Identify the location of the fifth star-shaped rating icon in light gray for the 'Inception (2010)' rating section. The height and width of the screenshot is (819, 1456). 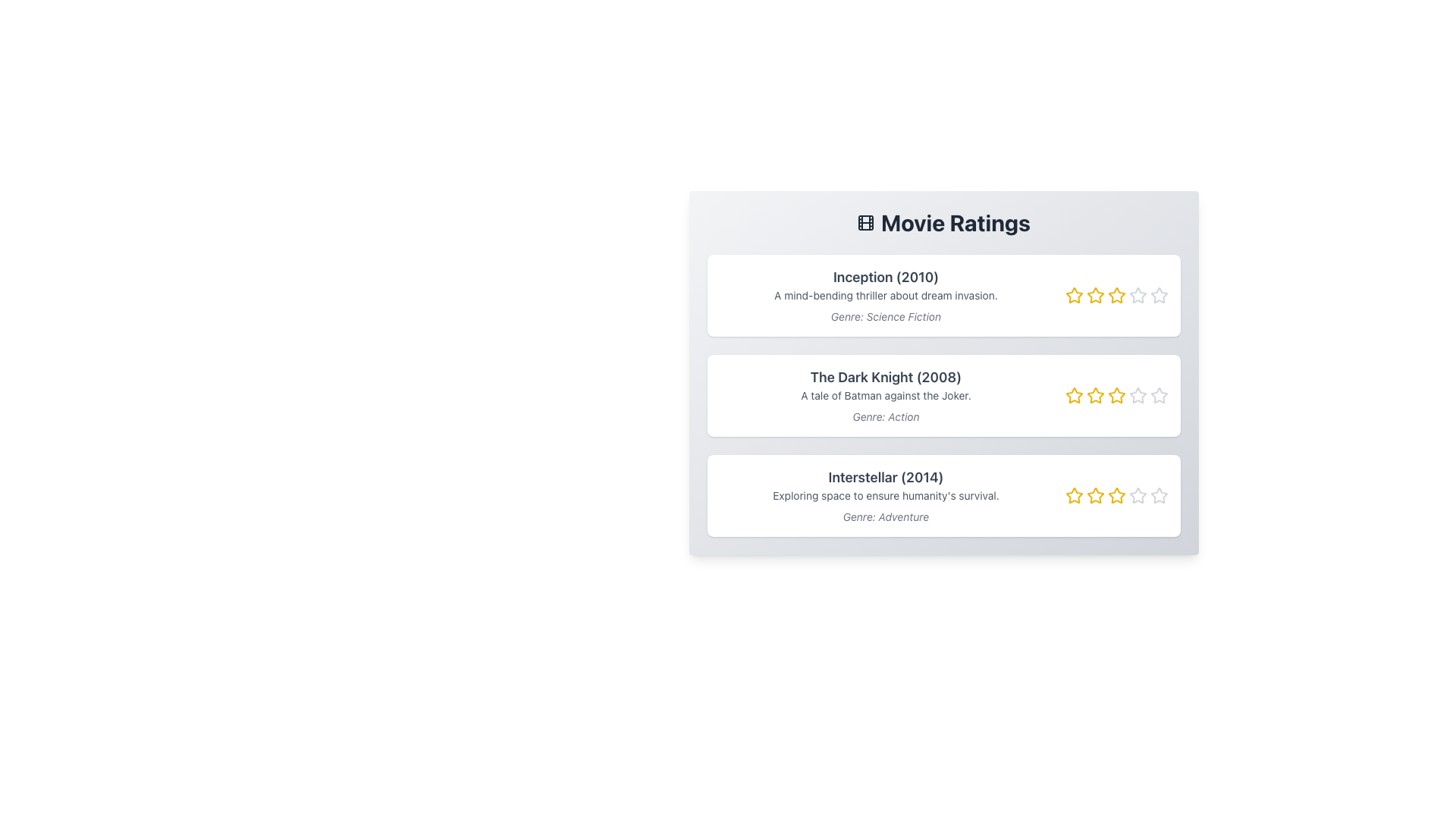
(1137, 295).